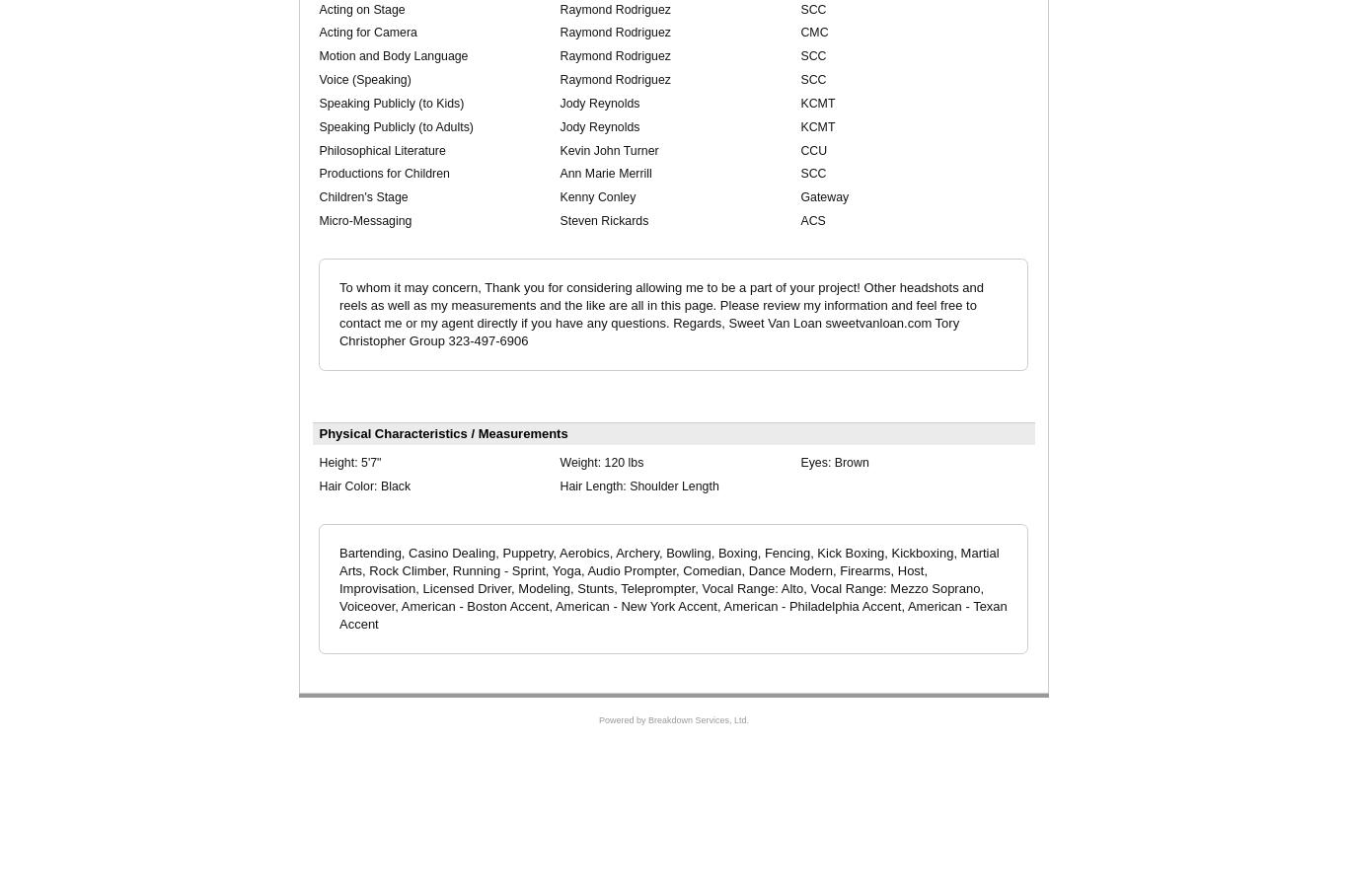 The image size is (1348, 896). I want to click on 'To whom it may concern,

Thank you for considering allowing me to be a part of your project! Other headshots and reels as well as my measurements and the like are all in this page. Please review my information and feel free to contact me or my agent directly if you have any questions. 

Regards,
Sweet Van Loan
sweetvanloan.com

Tory Christopher Group
323-497-6906', so click(659, 312).